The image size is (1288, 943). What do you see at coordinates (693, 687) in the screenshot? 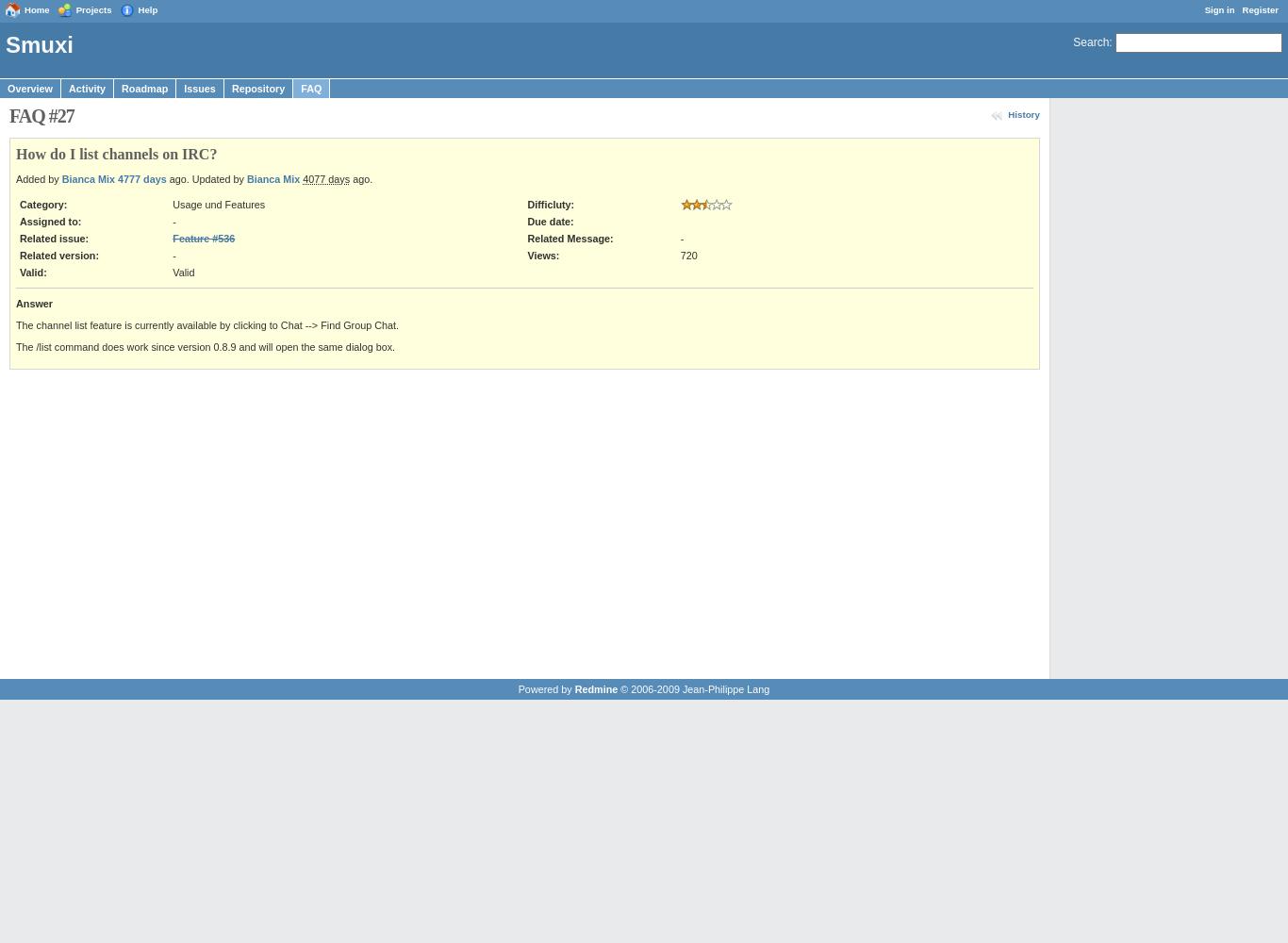
I see `'© 2006-2009 Jean-Philippe Lang'` at bounding box center [693, 687].